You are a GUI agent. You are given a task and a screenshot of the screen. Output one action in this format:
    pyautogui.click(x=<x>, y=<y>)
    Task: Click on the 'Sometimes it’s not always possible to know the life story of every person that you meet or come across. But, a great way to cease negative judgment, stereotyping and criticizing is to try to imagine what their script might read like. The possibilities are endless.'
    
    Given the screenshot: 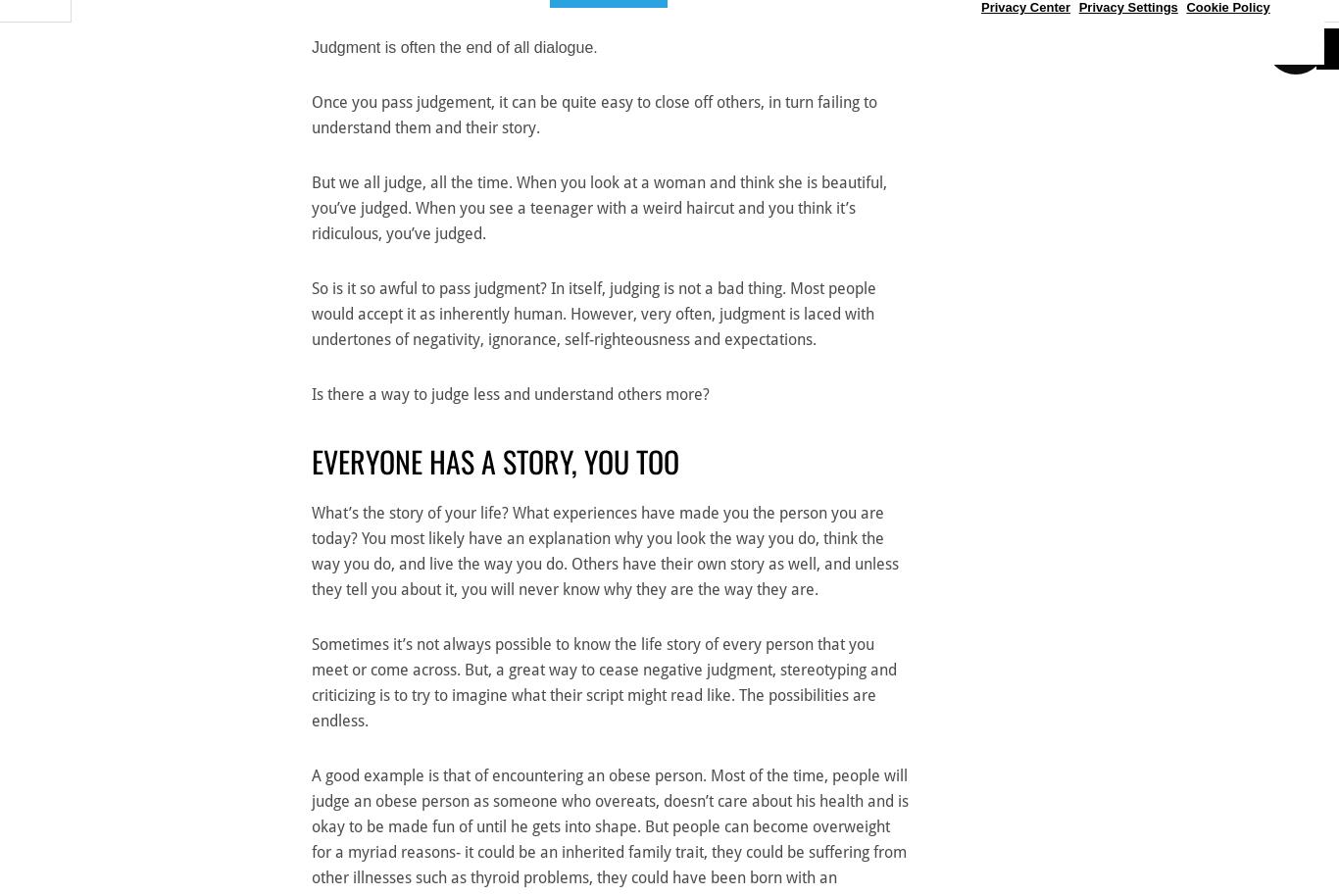 What is the action you would take?
    pyautogui.click(x=603, y=681)
    